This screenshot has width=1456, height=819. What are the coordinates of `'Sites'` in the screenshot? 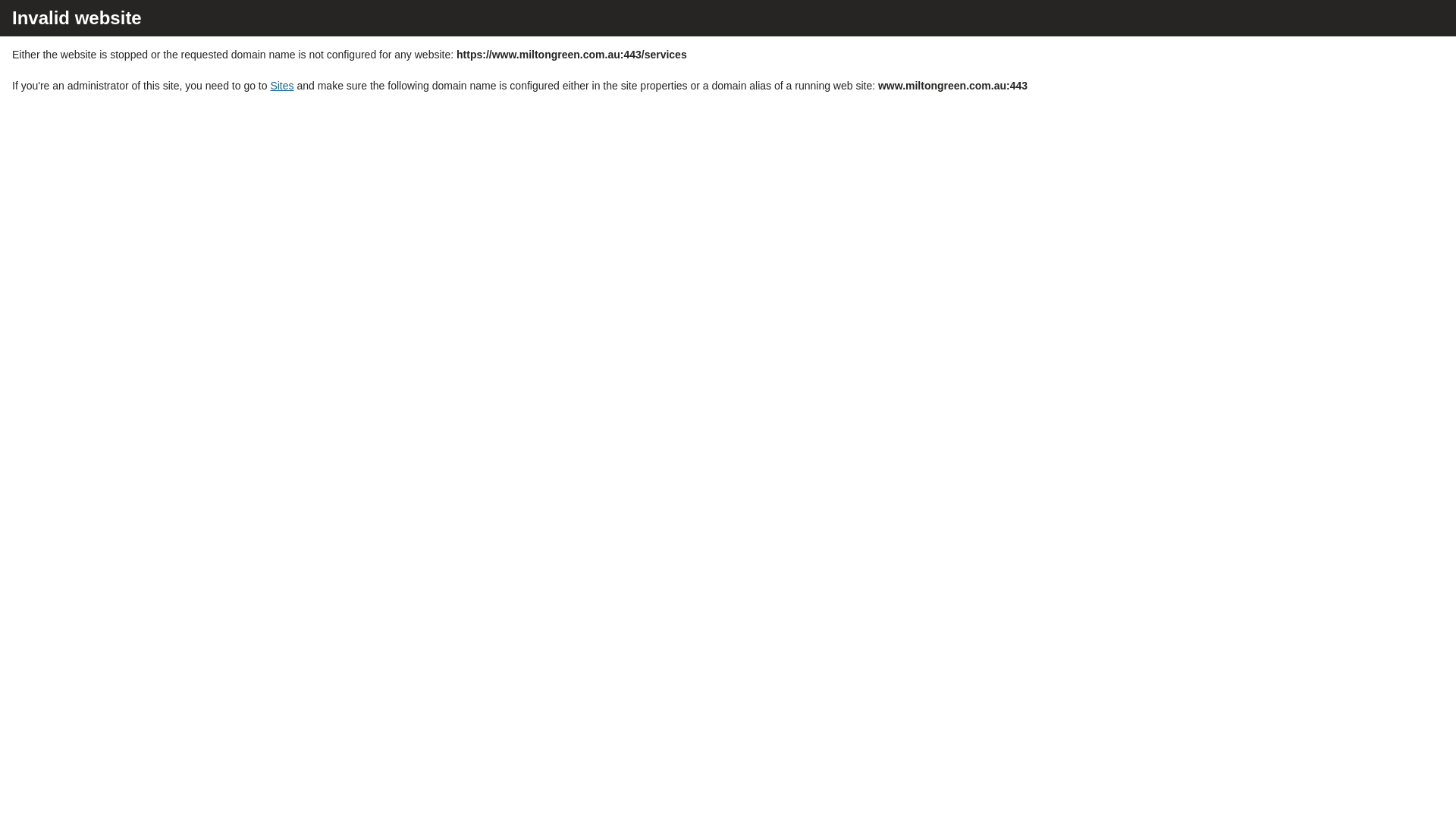 It's located at (281, 85).